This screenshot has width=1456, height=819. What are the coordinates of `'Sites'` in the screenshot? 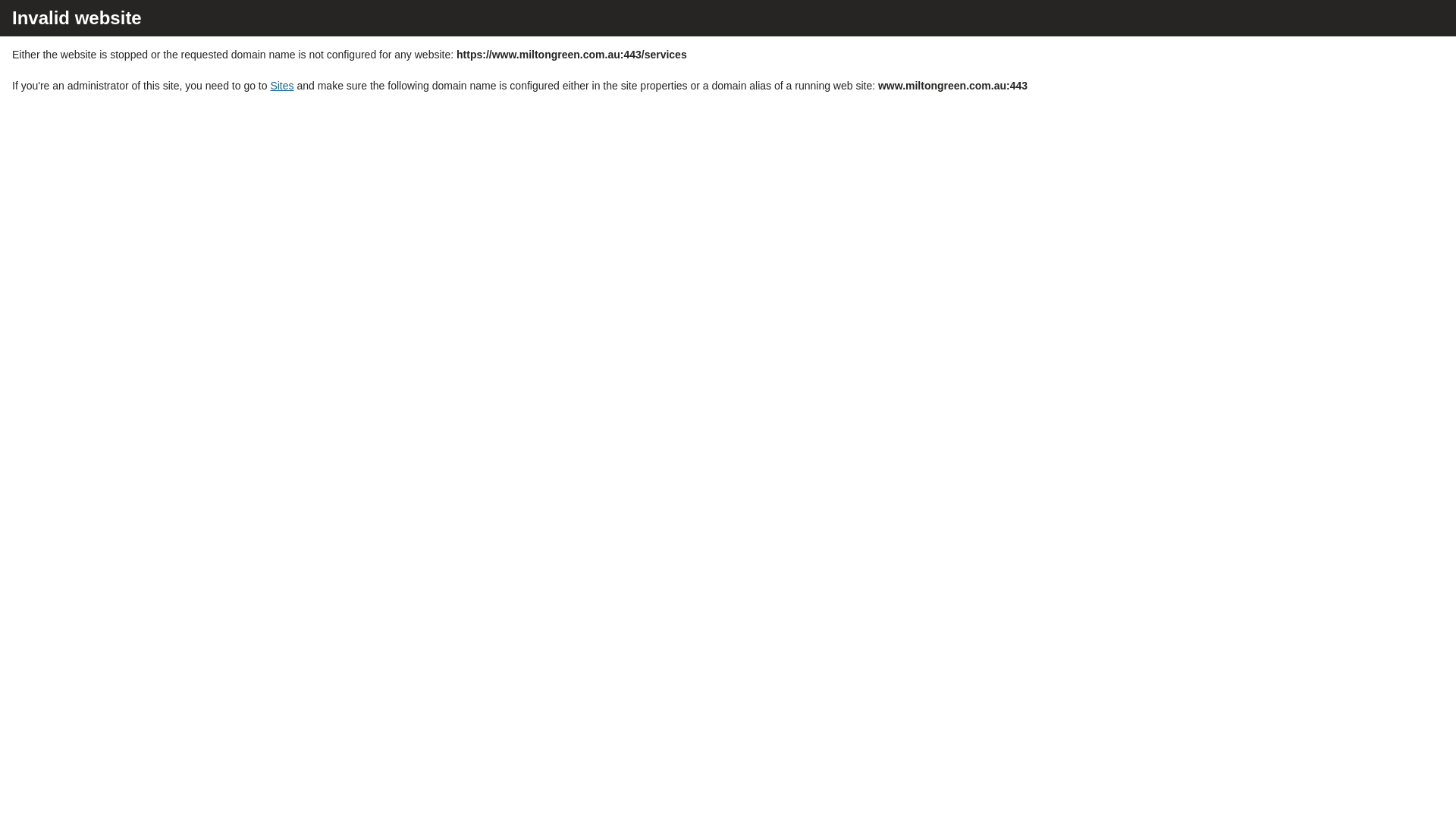 It's located at (281, 85).